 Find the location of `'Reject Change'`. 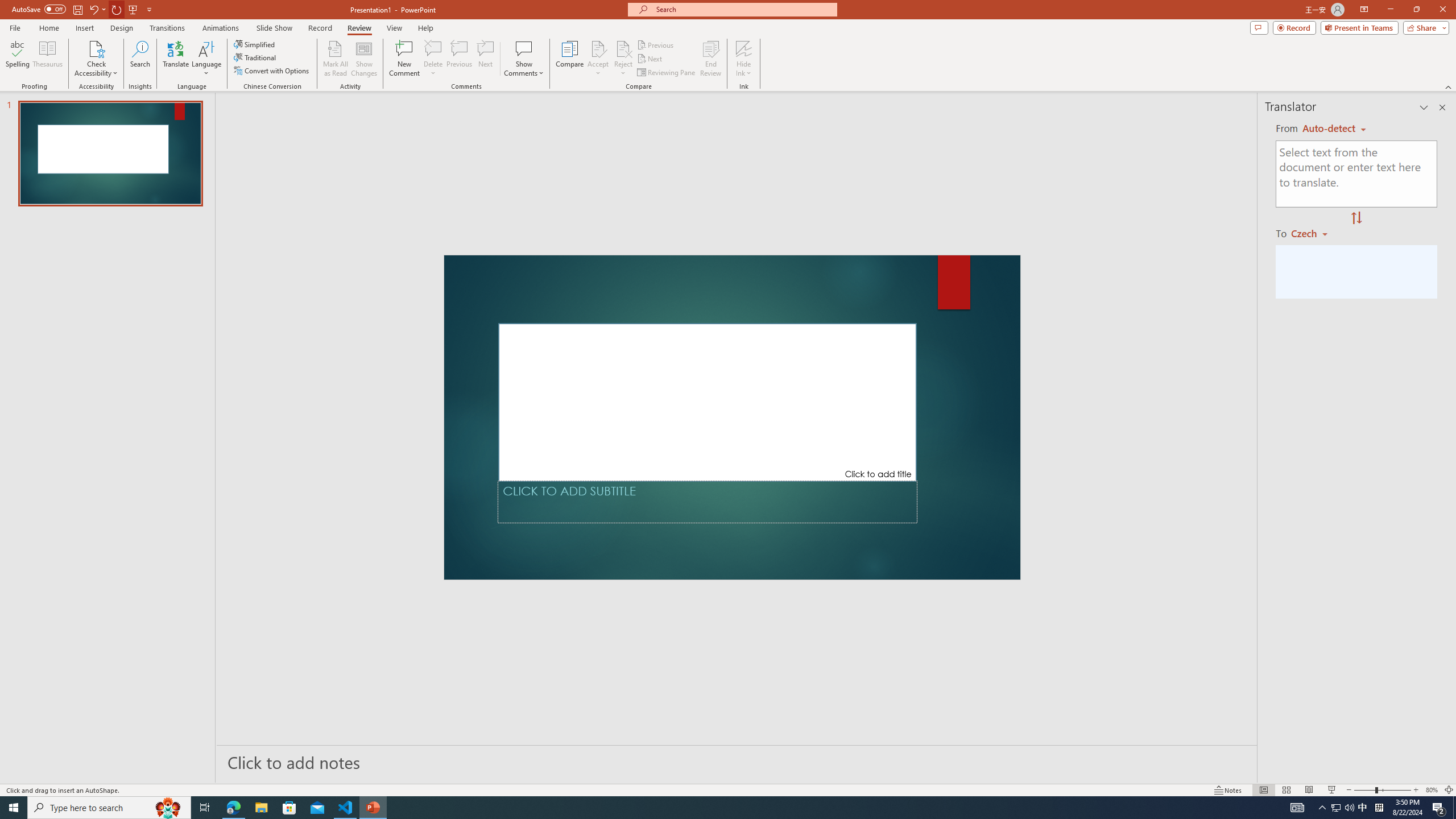

'Reject Change' is located at coordinates (622, 48).